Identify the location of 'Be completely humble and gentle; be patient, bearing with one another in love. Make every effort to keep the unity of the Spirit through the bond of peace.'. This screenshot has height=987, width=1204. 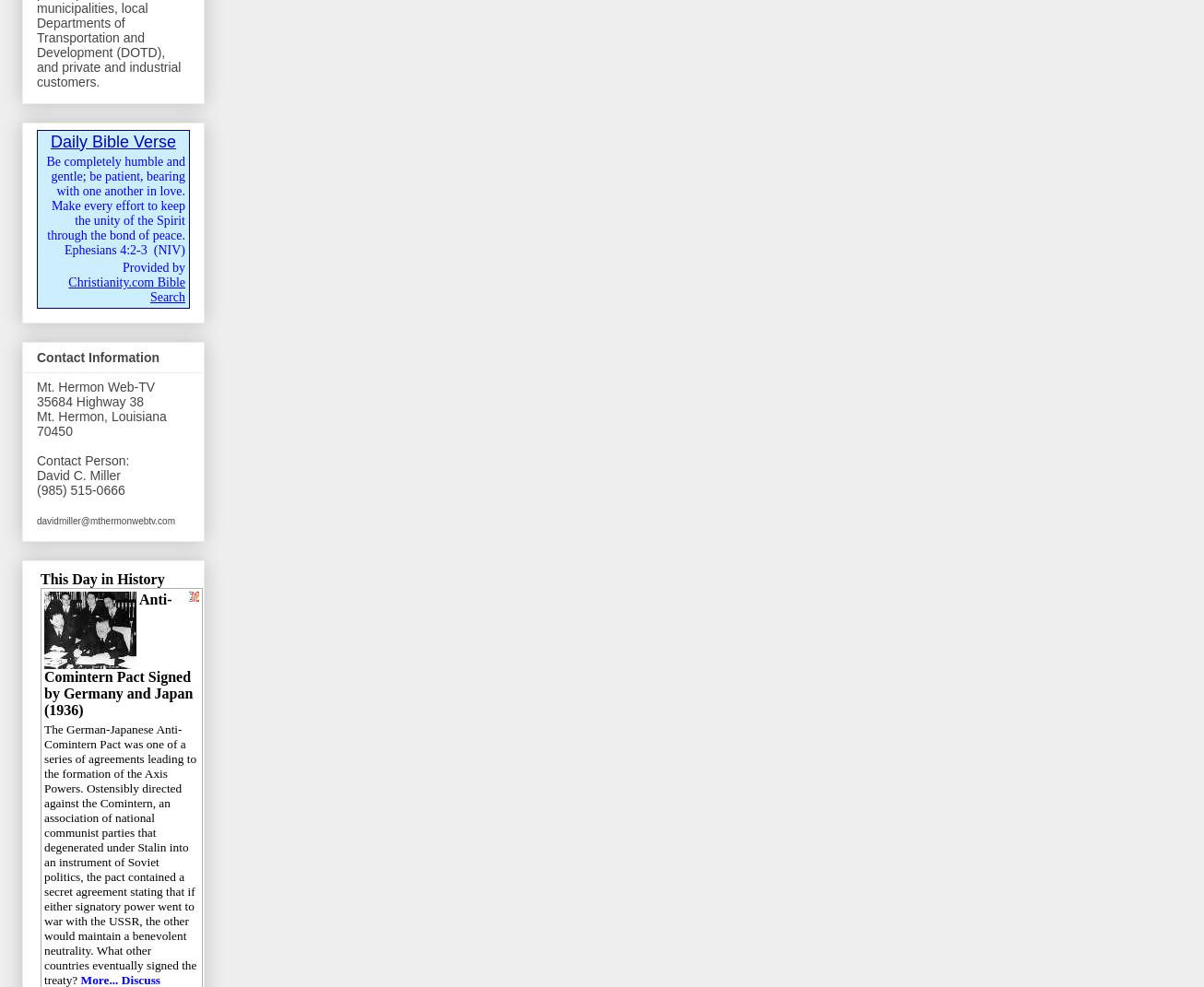
(114, 196).